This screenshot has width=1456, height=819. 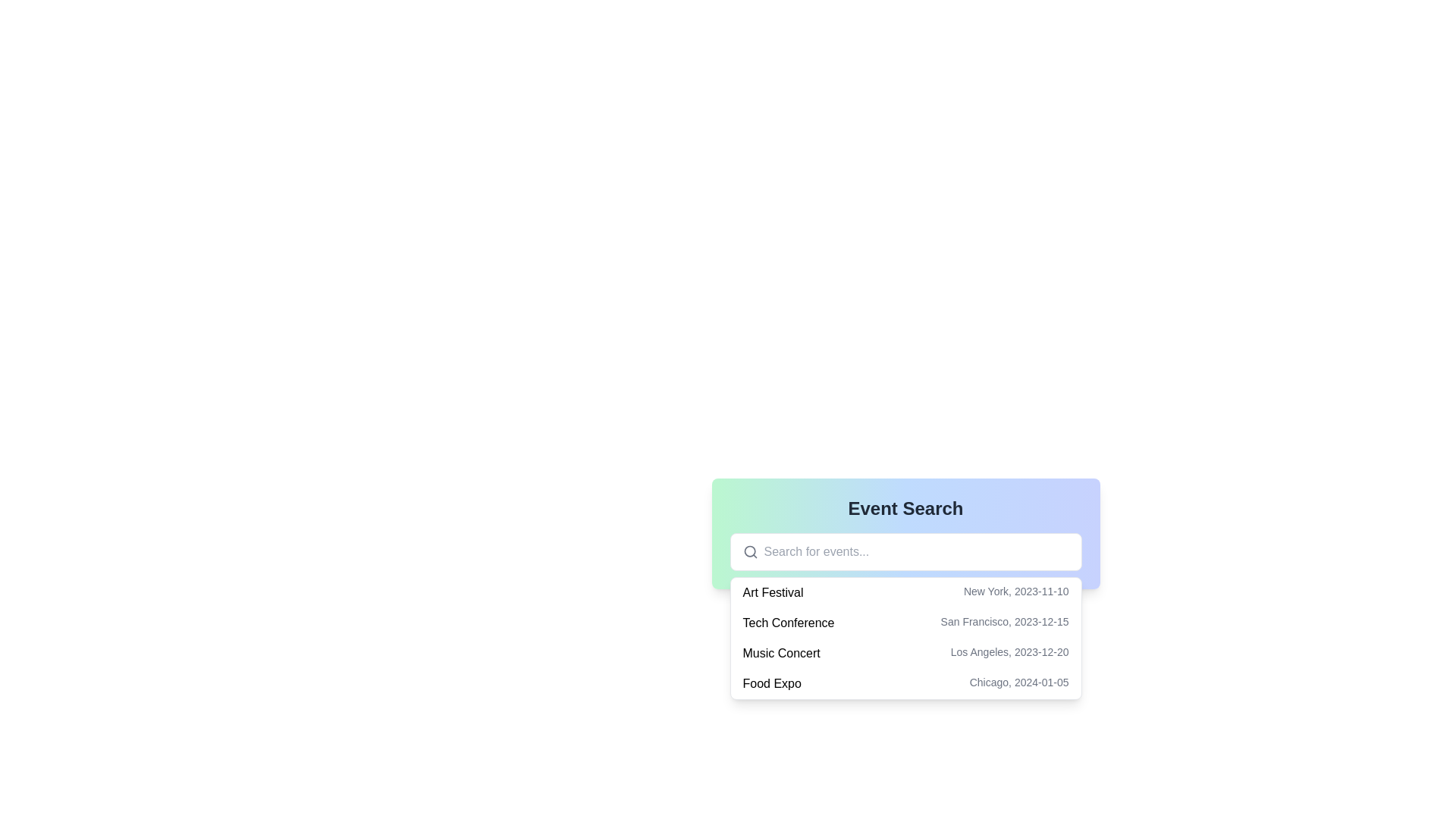 What do you see at coordinates (773, 592) in the screenshot?
I see `the 'Art Festival' text label, which is the first item in the list of events under the 'Event Search' section` at bounding box center [773, 592].